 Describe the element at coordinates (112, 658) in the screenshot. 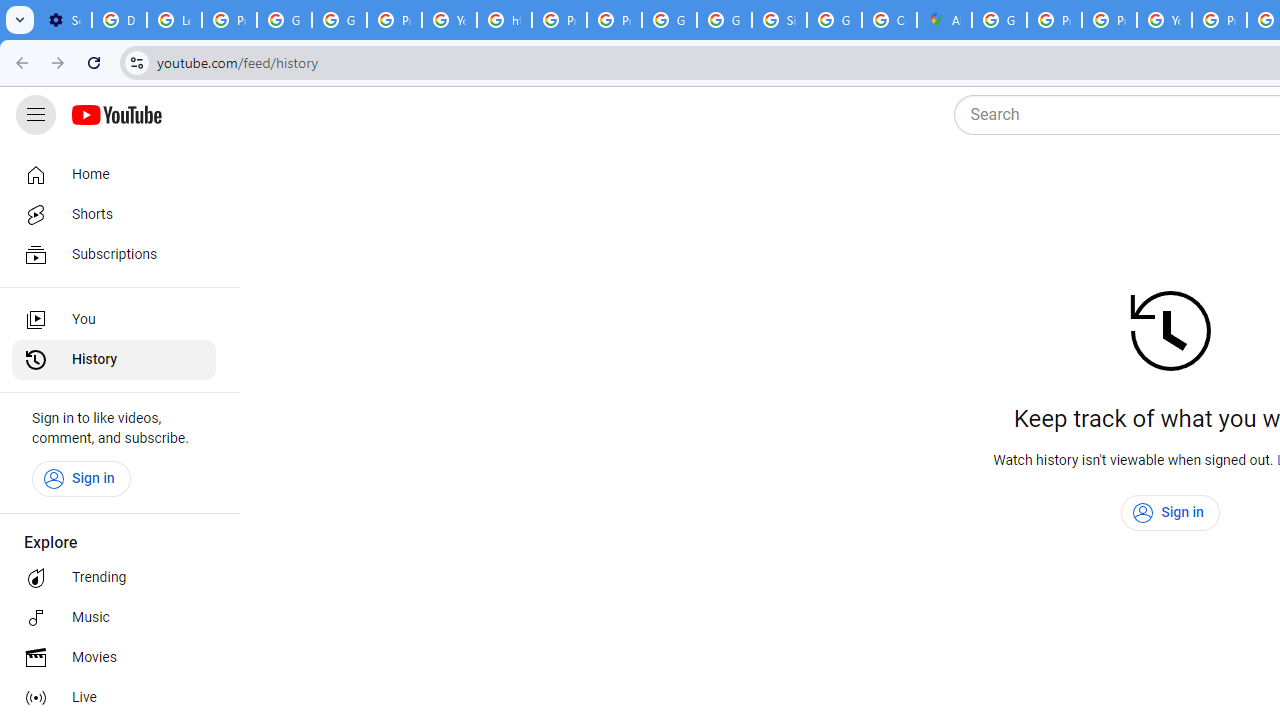

I see `'Movies'` at that location.